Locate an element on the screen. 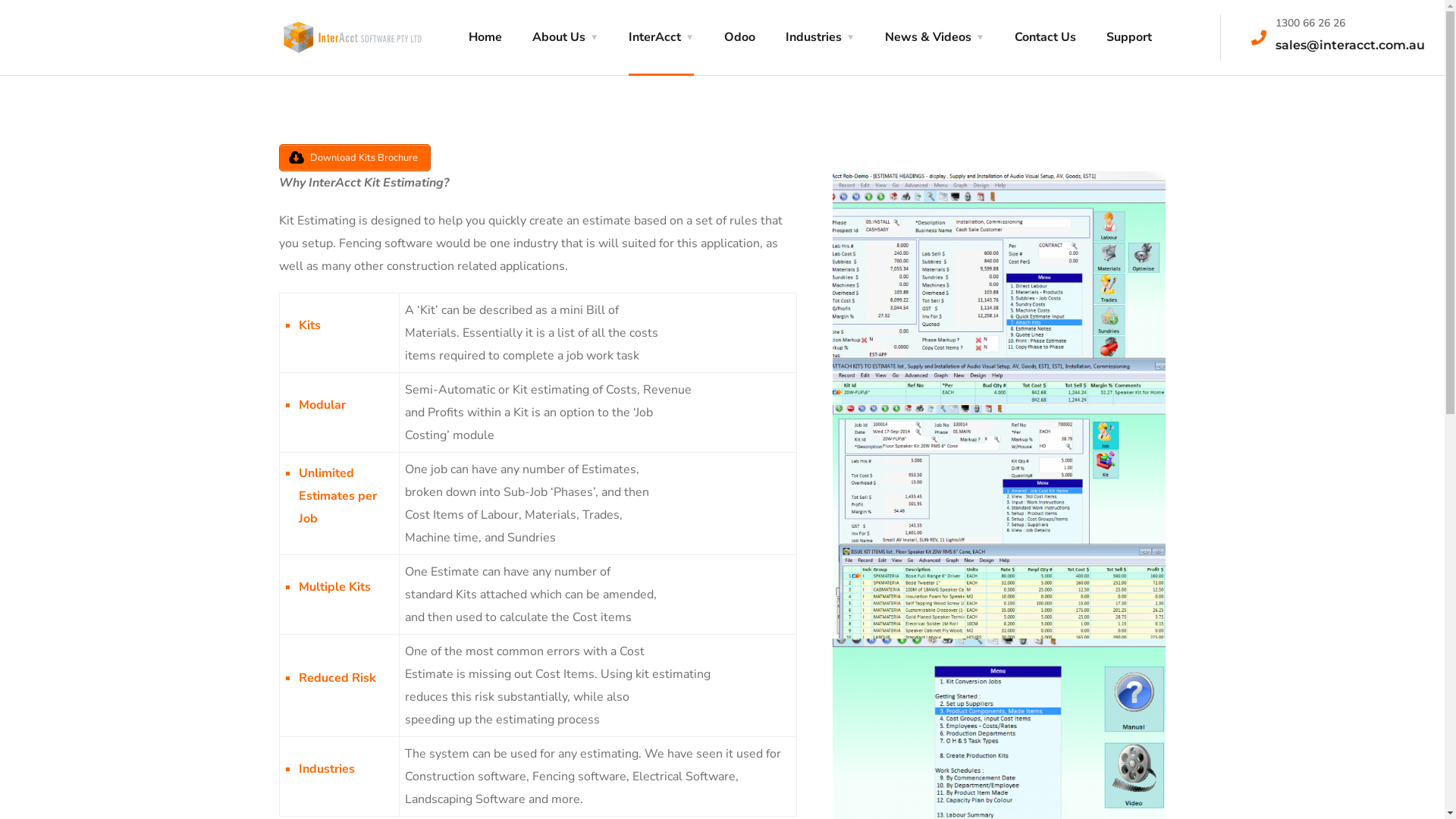 The height and width of the screenshot is (819, 1456). 'News & Videos' is located at coordinates (933, 36).